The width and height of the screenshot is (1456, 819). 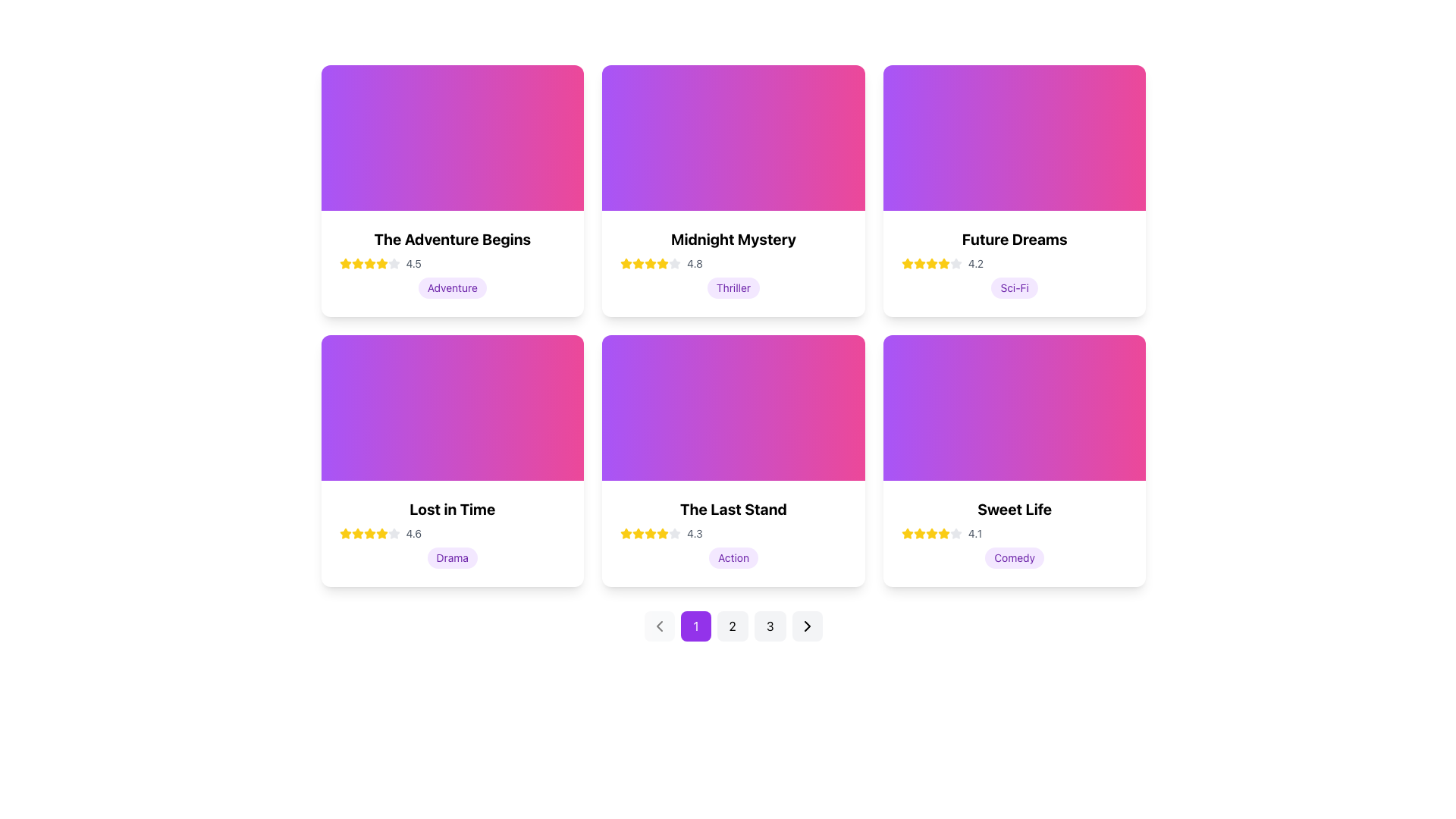 What do you see at coordinates (673, 532) in the screenshot?
I see `the third star icon in the five-star rating system below the movie card titled 'The Last Stand' to interact with it and potentially adjust the rating` at bounding box center [673, 532].